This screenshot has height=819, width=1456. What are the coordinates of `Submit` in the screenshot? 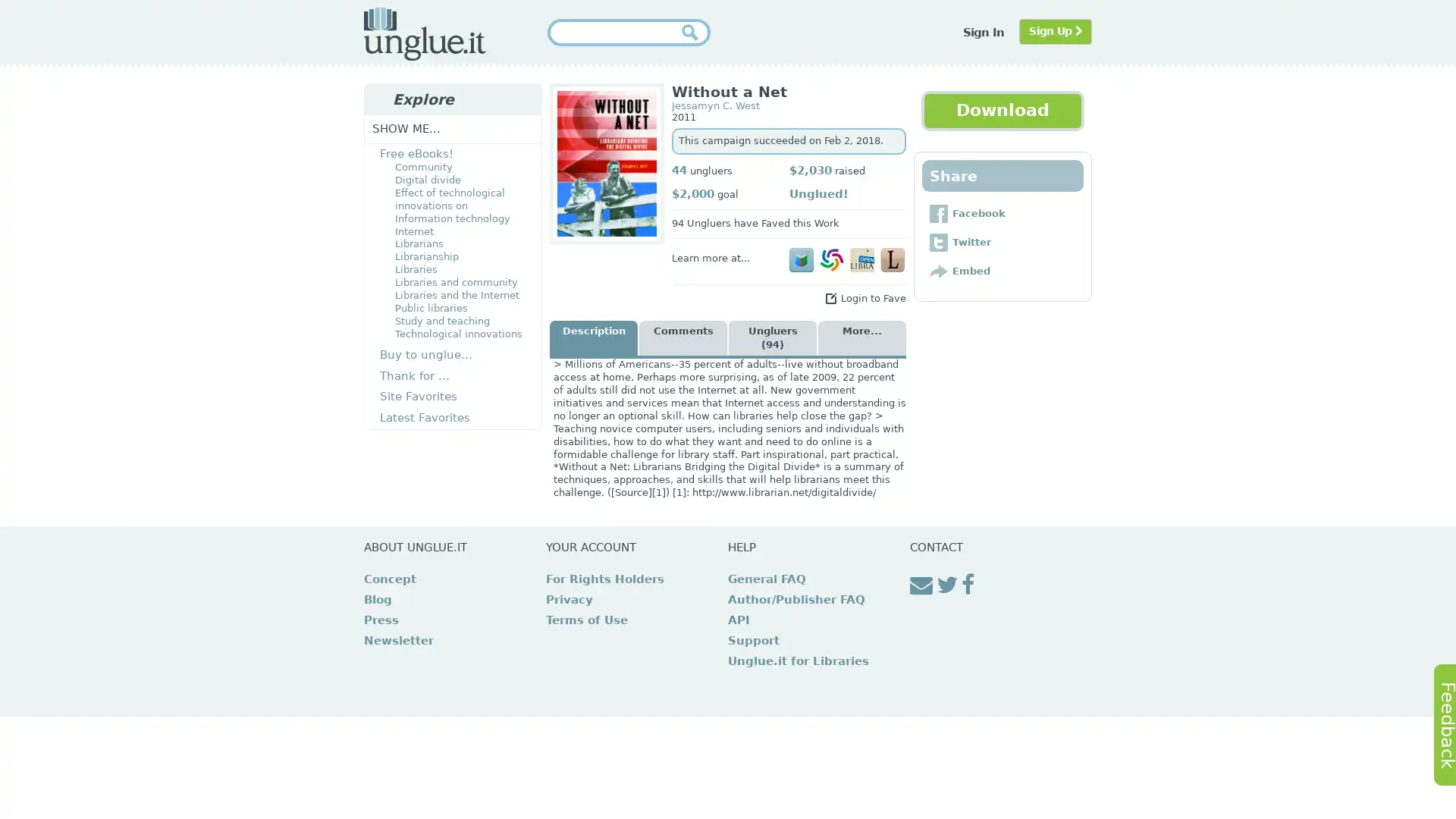 It's located at (694, 32).